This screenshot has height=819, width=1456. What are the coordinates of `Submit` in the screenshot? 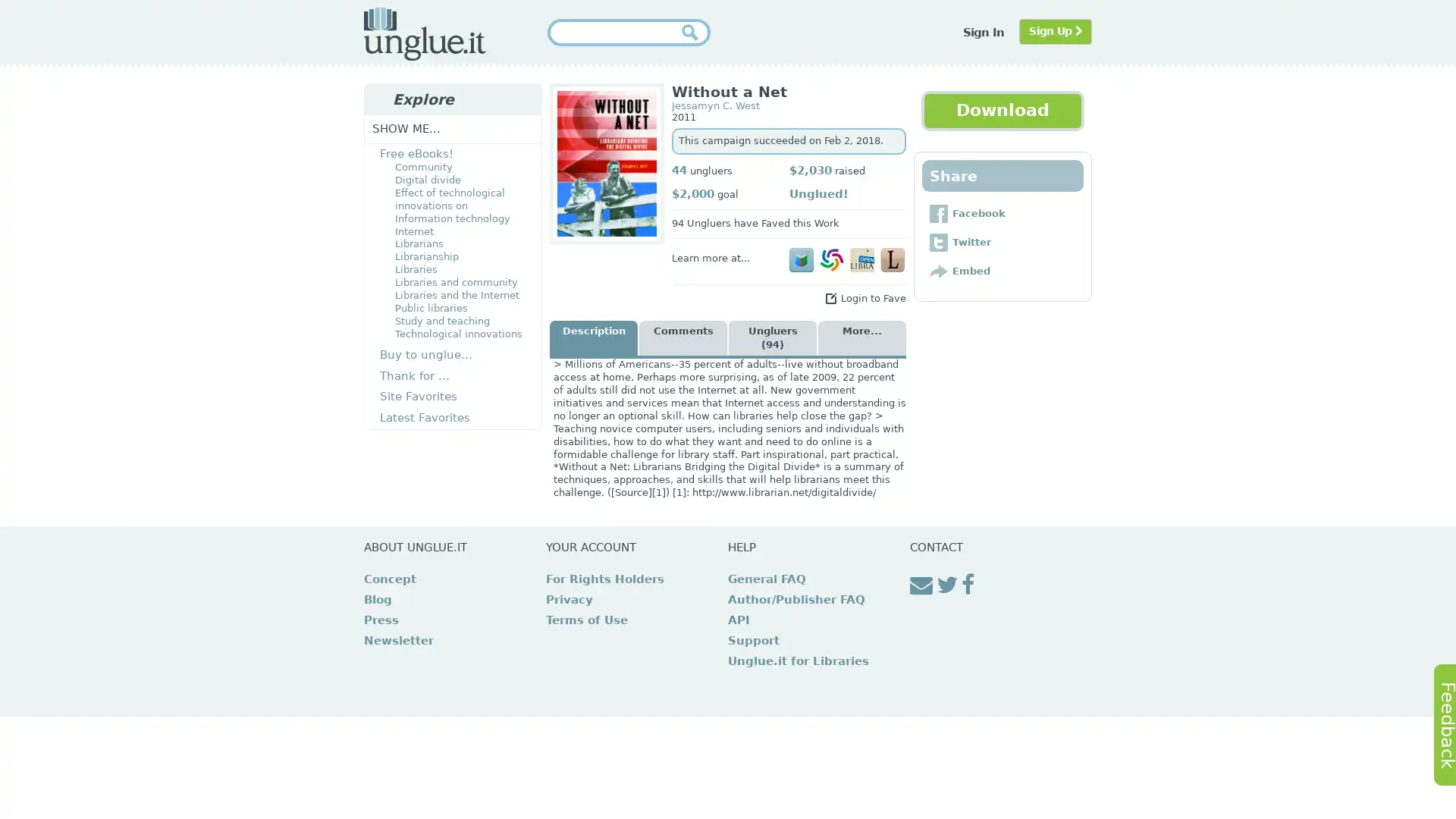 It's located at (694, 32).